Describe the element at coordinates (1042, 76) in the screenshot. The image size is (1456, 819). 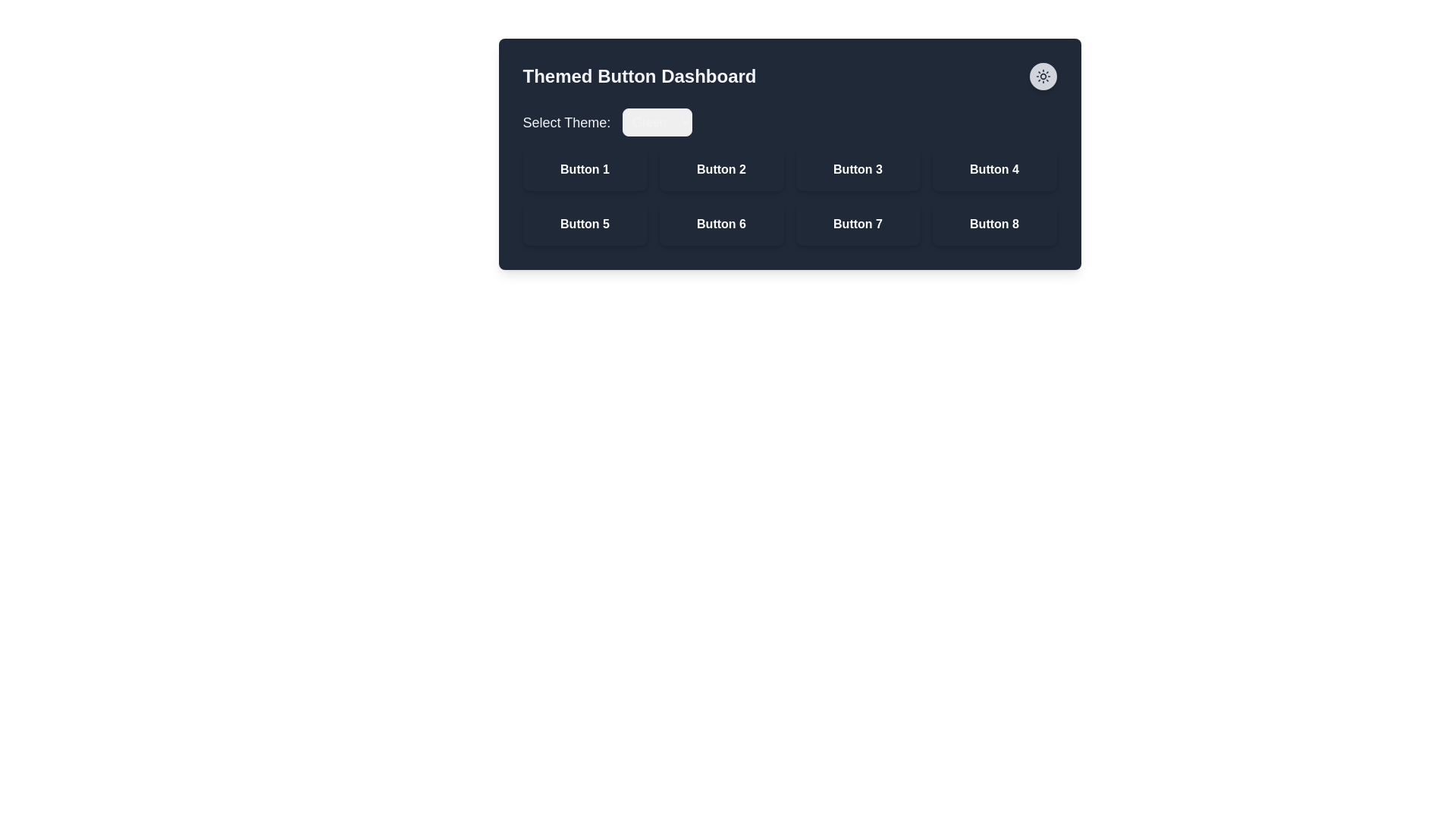
I see `the solar icon embedded within the circular button located at the top-right corner of the dark dashboard` at that location.